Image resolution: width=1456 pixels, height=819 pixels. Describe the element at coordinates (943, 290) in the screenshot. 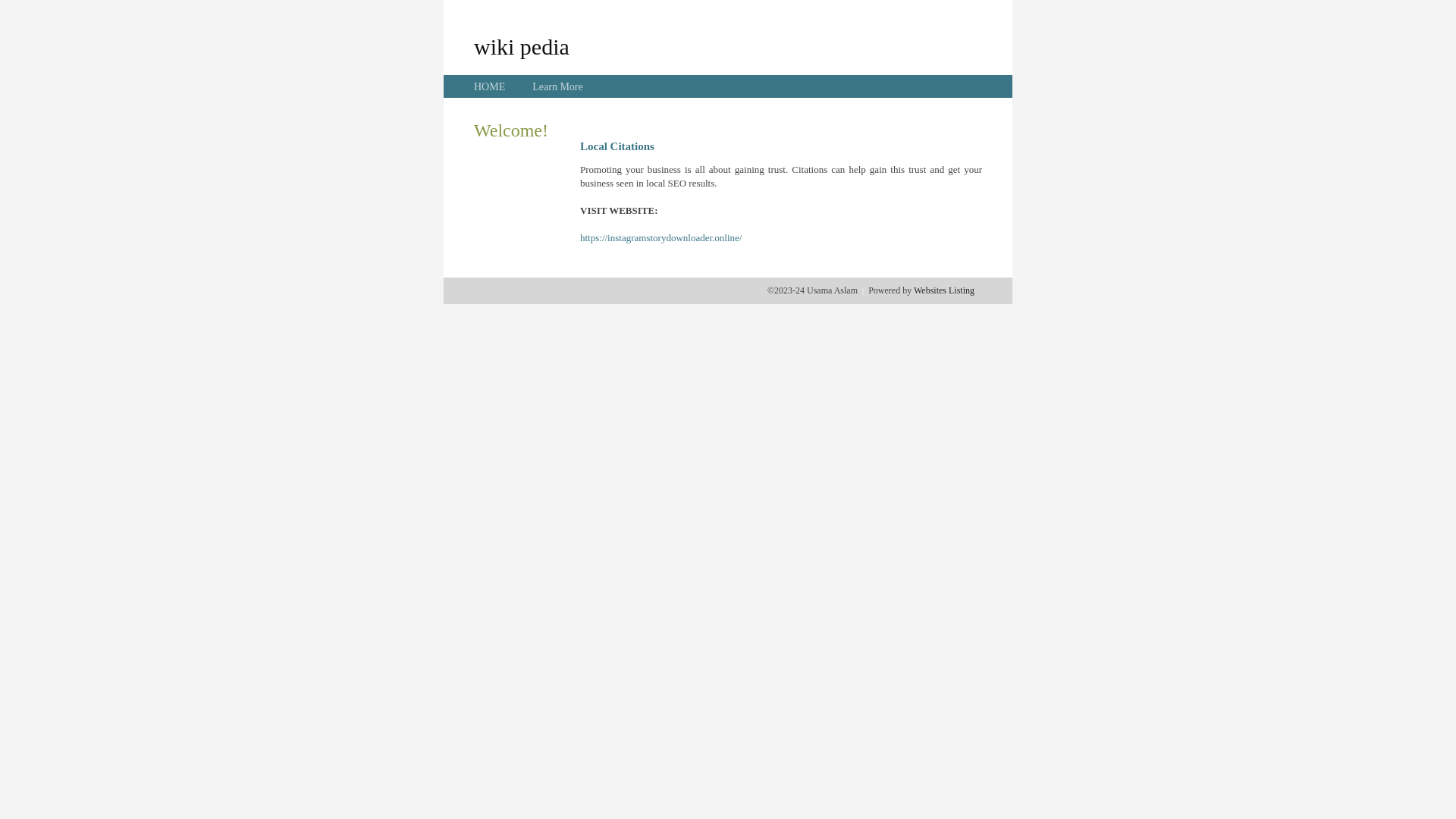

I see `'Websites Listing'` at that location.